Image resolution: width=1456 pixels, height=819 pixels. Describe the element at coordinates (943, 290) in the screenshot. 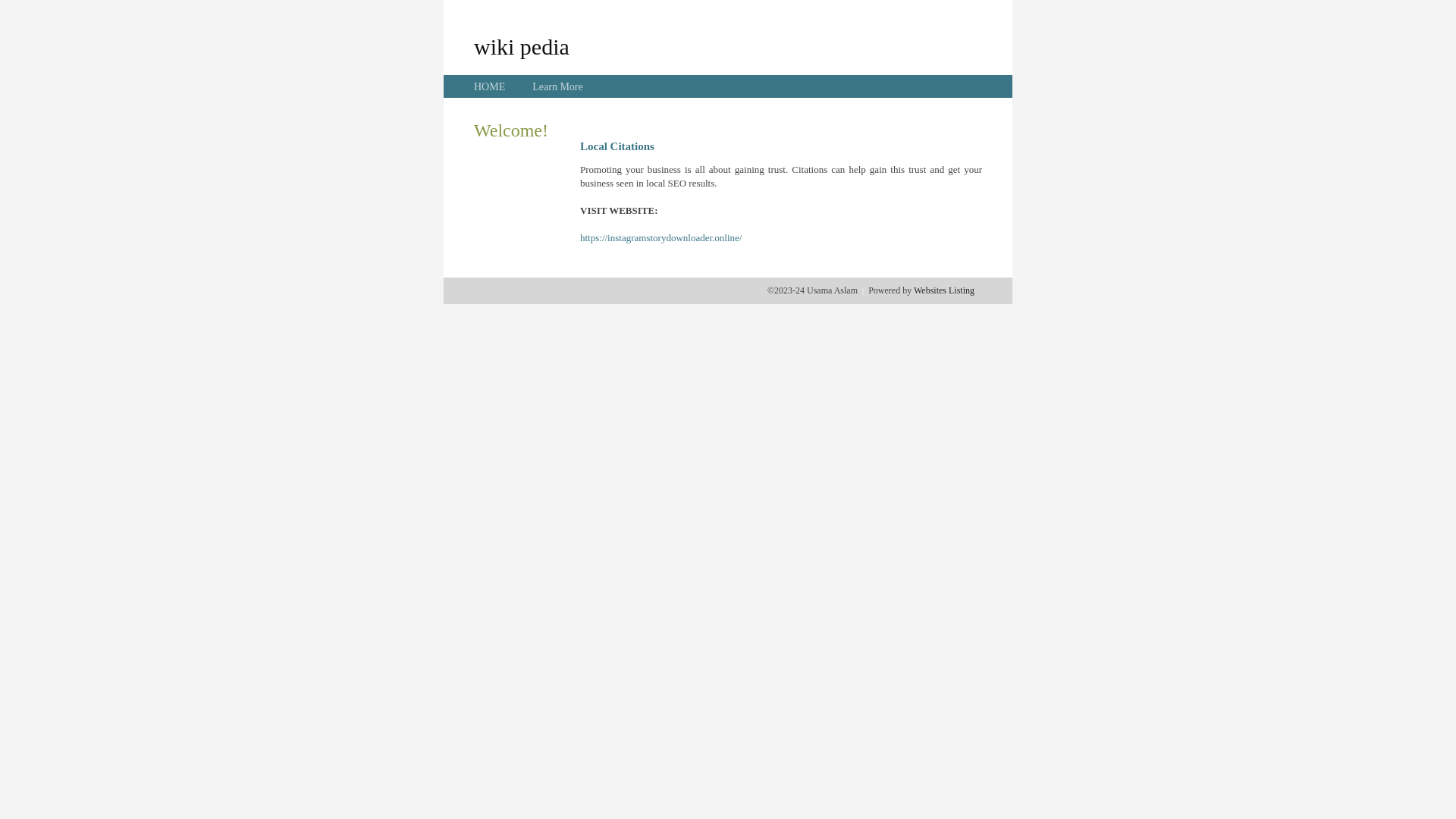

I see `'Websites Listing'` at that location.